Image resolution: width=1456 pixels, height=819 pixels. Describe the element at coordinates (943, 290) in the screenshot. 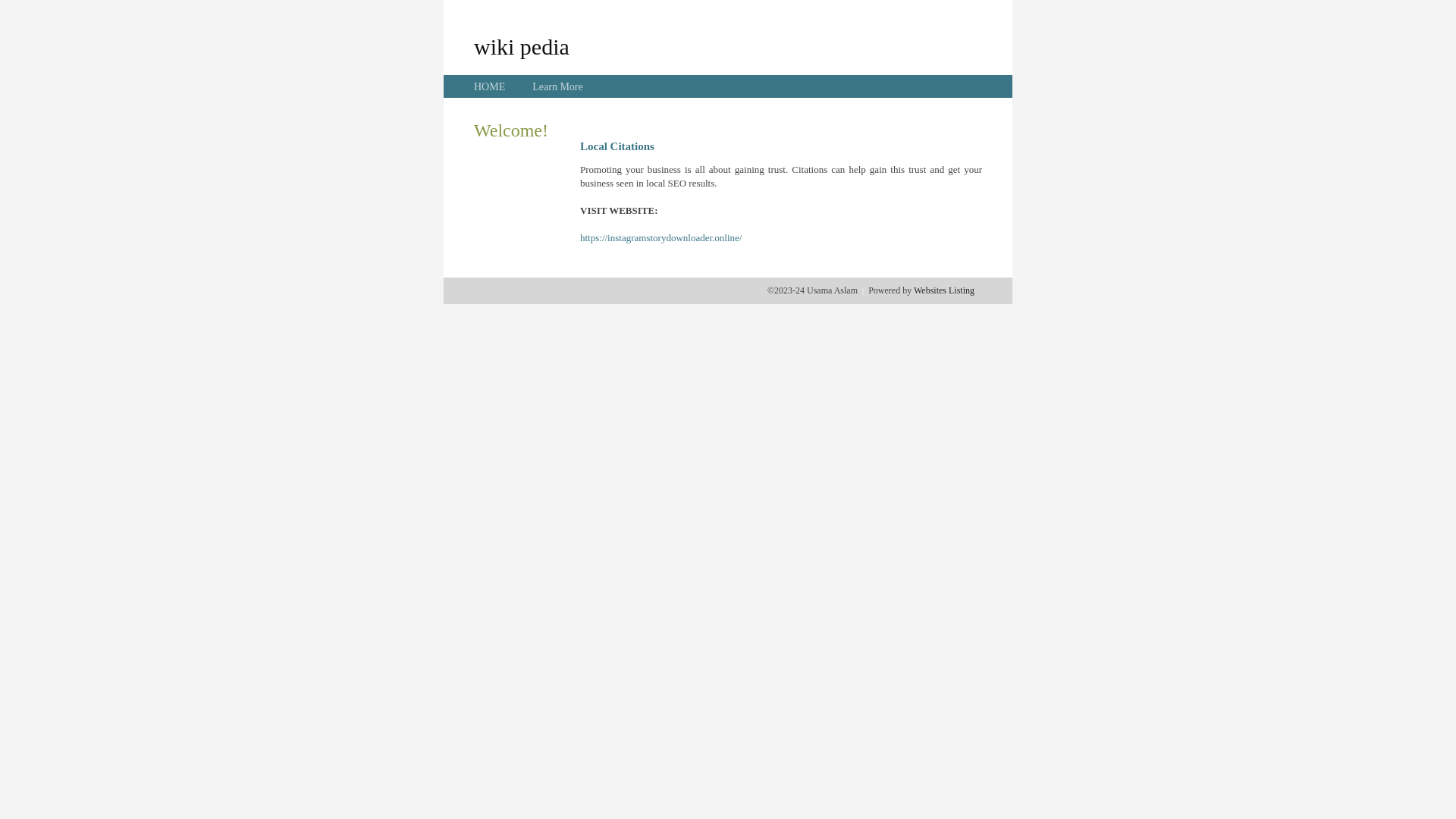

I see `'Websites Listing'` at that location.